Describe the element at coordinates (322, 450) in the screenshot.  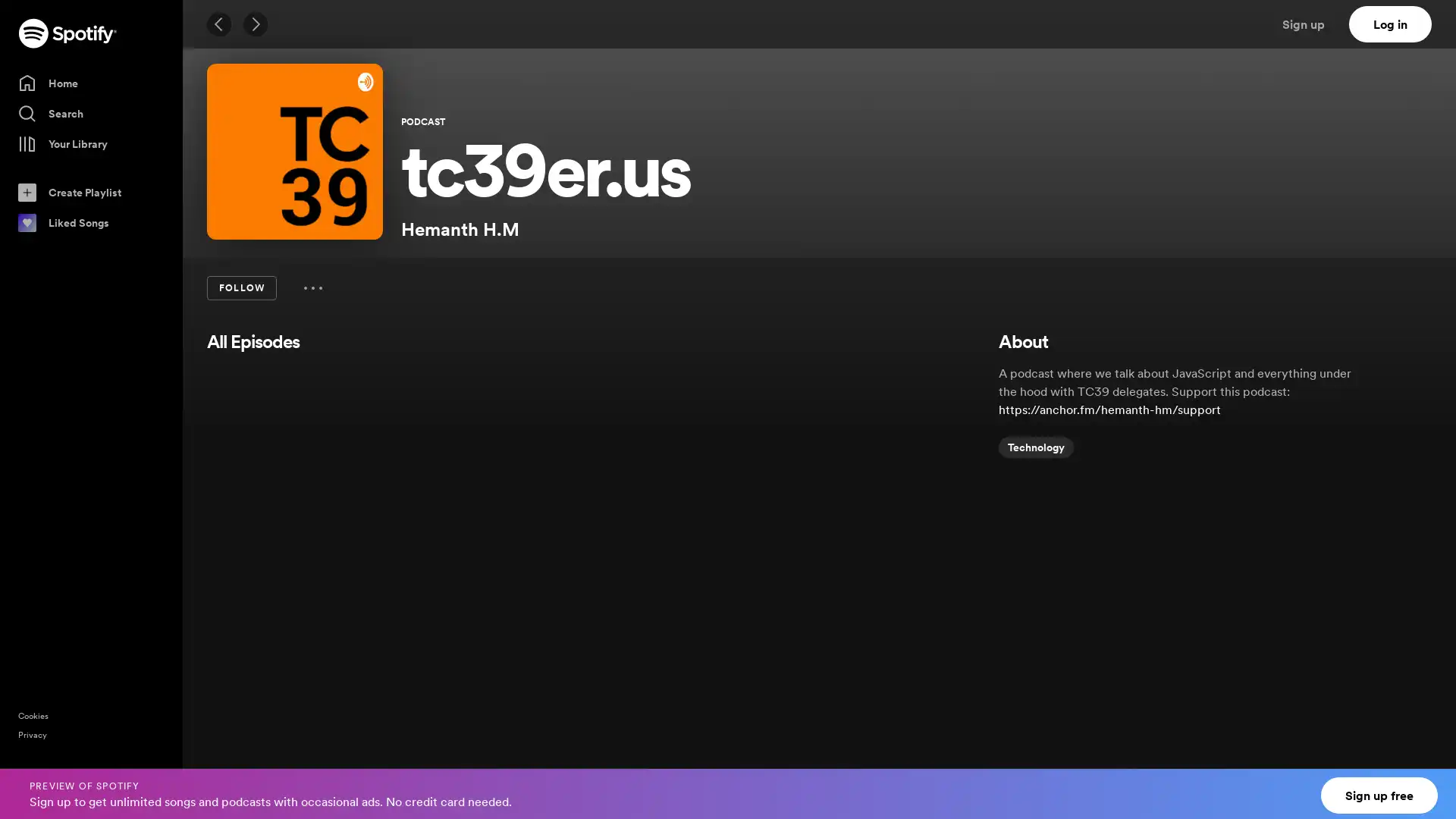
I see `Play Justin Ridgewell by tc39er.us` at that location.